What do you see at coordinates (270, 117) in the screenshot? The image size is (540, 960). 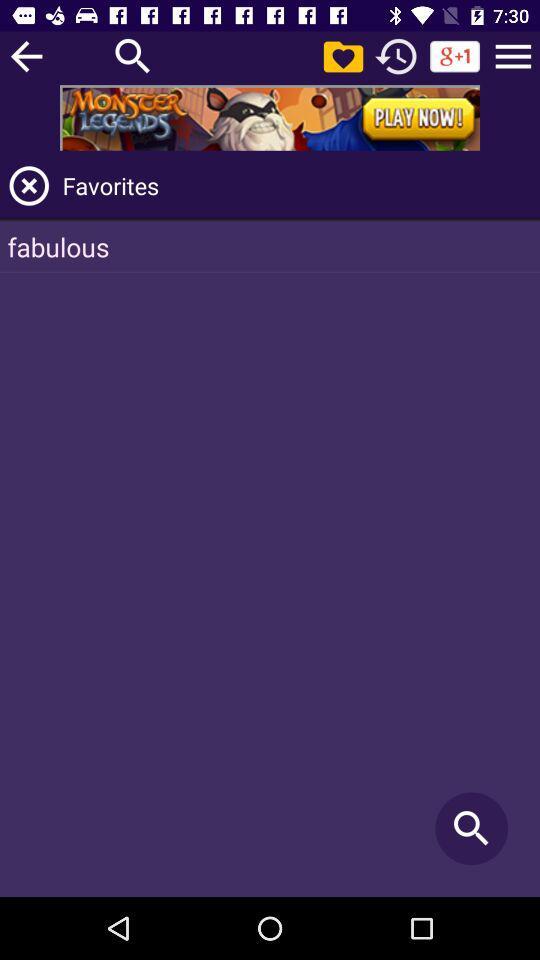 I see `advertisement` at bounding box center [270, 117].